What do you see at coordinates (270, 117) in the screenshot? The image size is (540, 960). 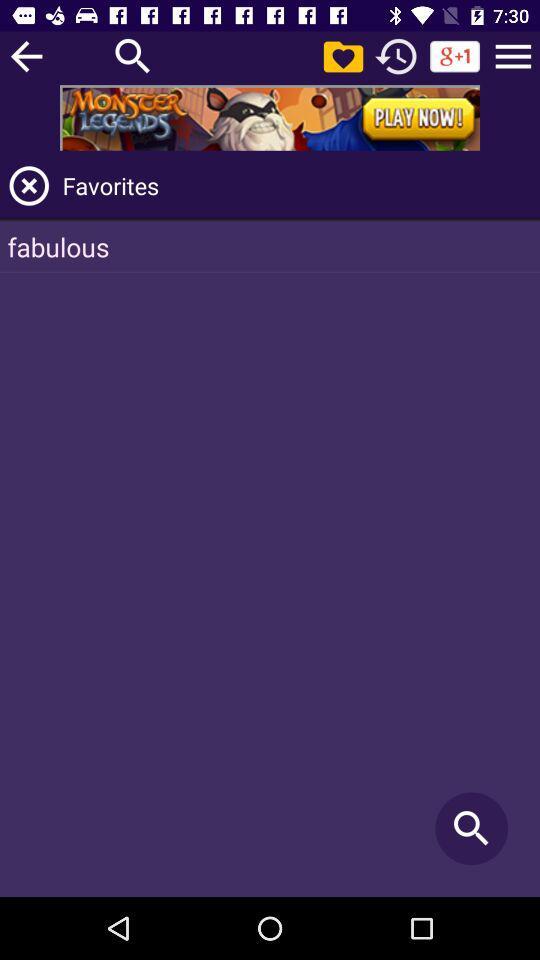 I see `advertisement` at bounding box center [270, 117].